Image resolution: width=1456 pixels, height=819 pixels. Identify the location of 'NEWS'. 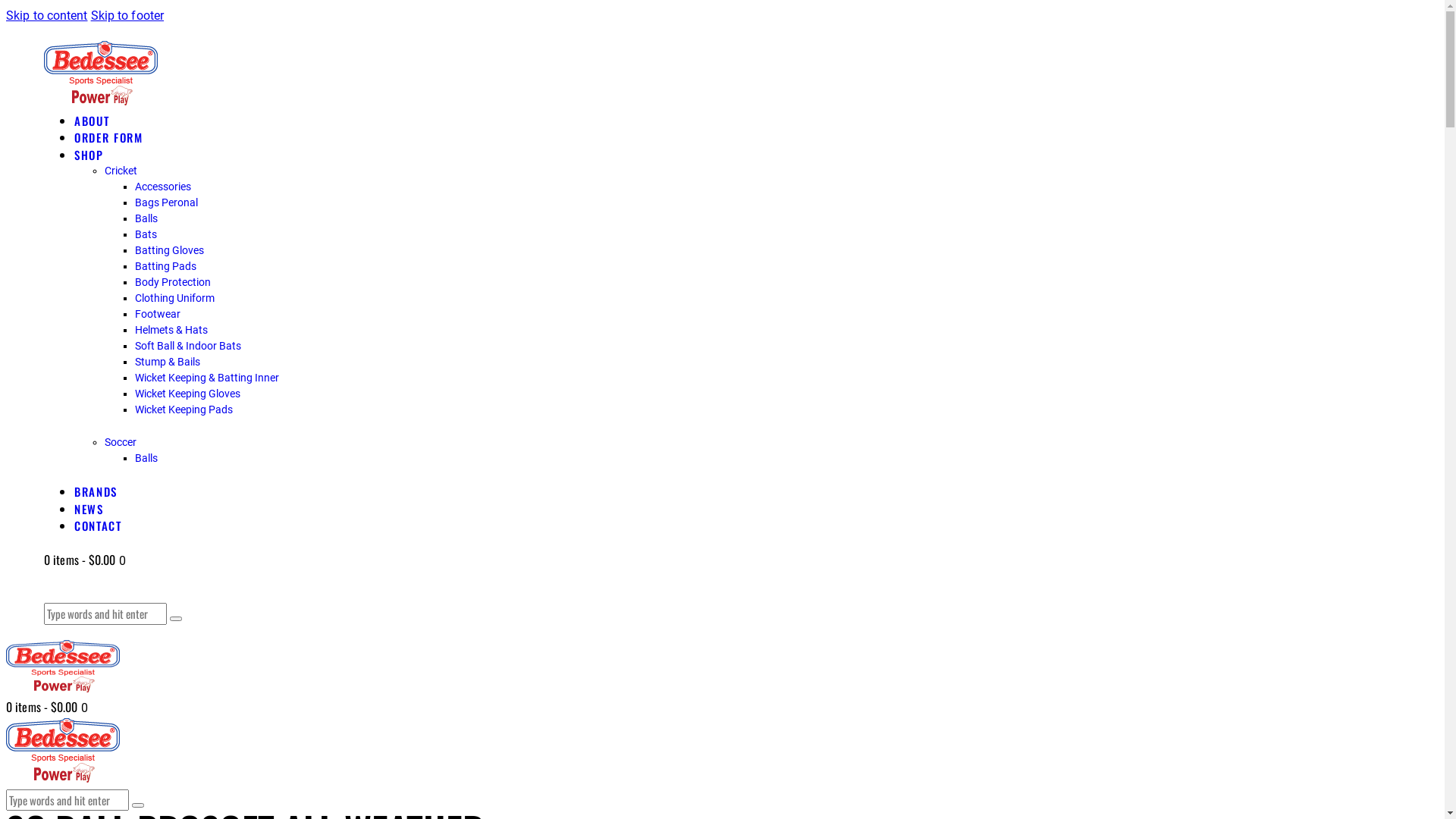
(88, 509).